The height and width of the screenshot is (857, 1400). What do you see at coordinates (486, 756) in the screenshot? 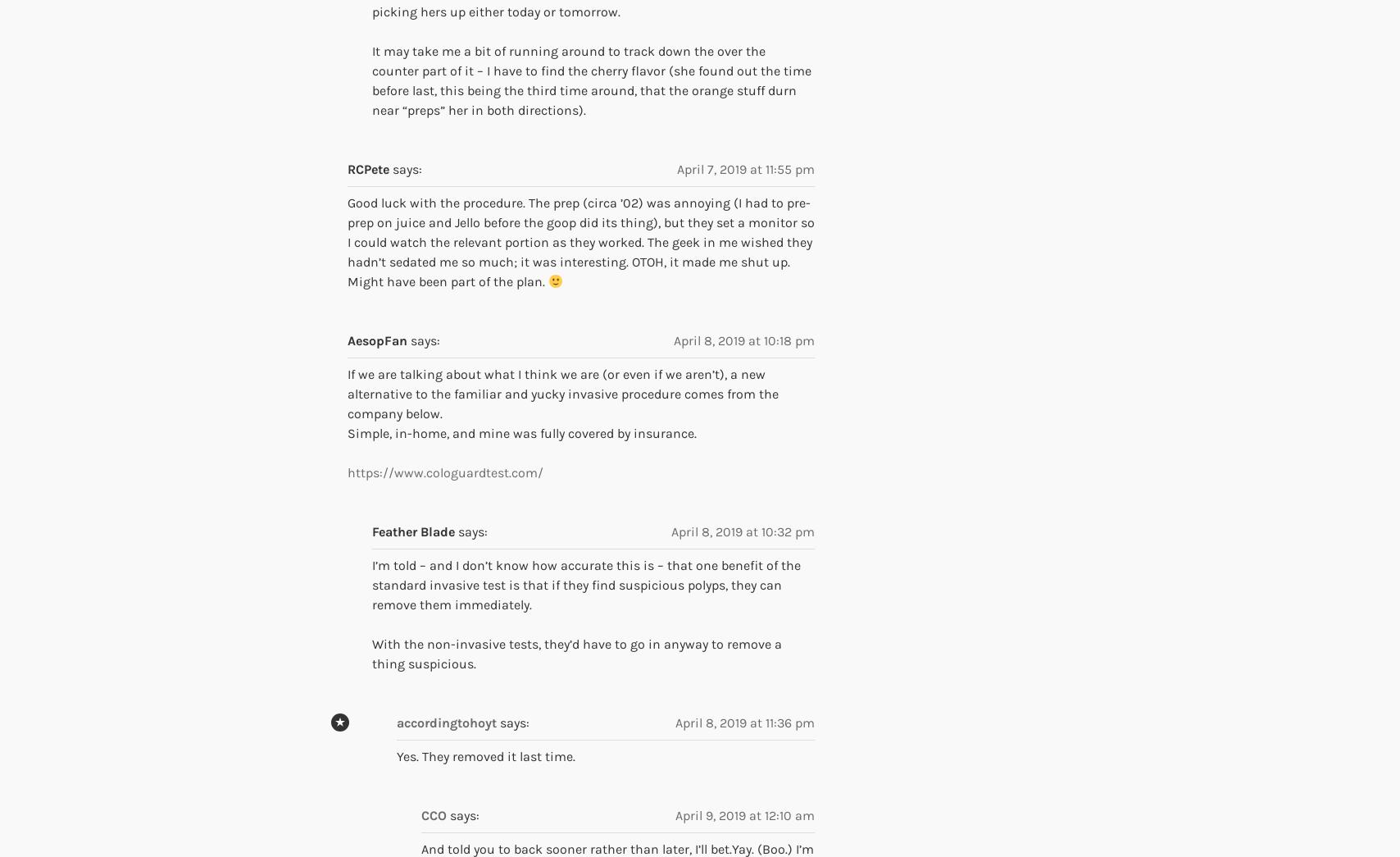
I see `'Yes. They removed it last time.'` at bounding box center [486, 756].